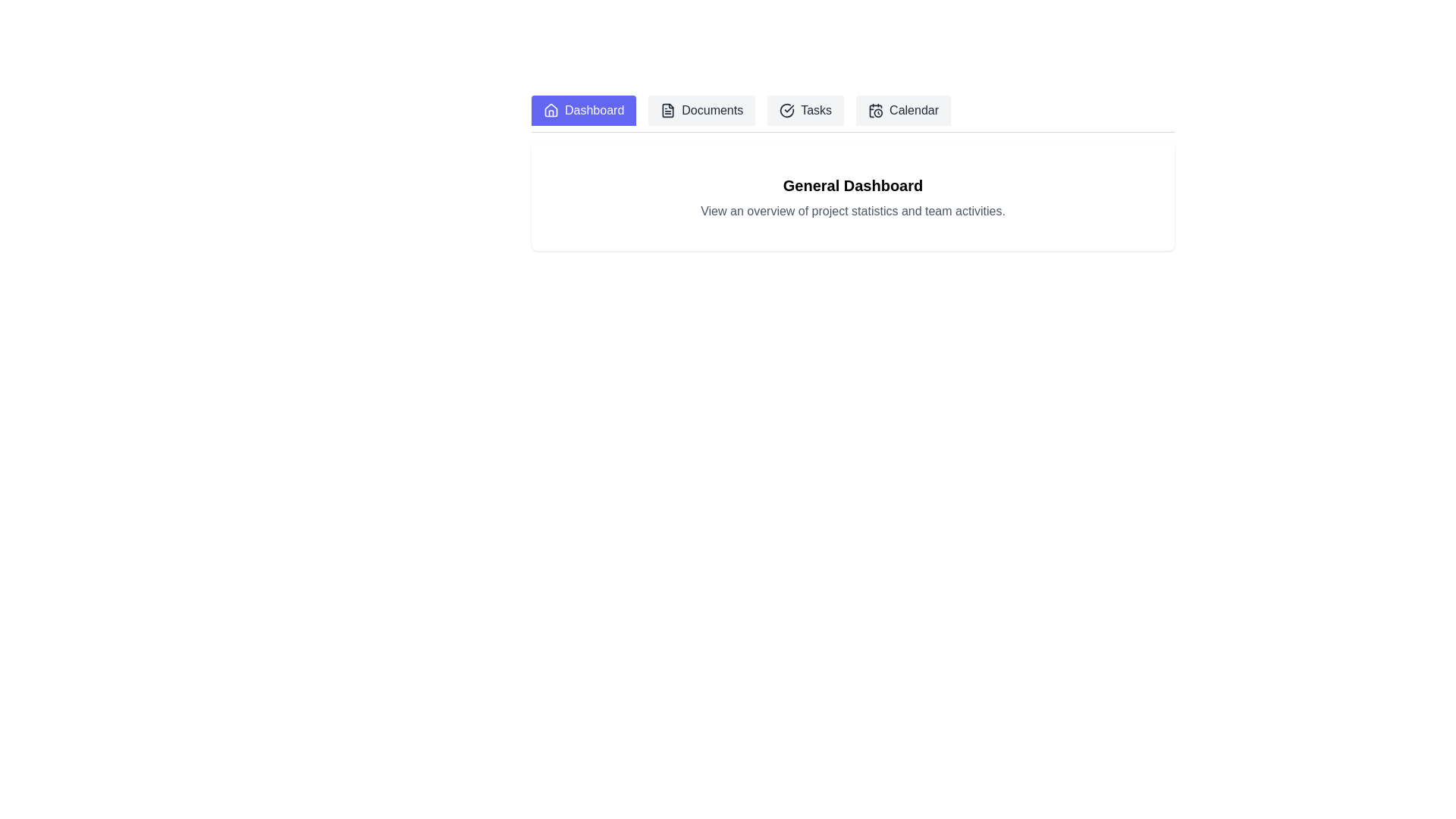 The height and width of the screenshot is (819, 1456). Describe the element at coordinates (852, 197) in the screenshot. I see `the informational text block titled 'General Dashboard', which has a bold title and a description about project statistics and team activities` at that location.